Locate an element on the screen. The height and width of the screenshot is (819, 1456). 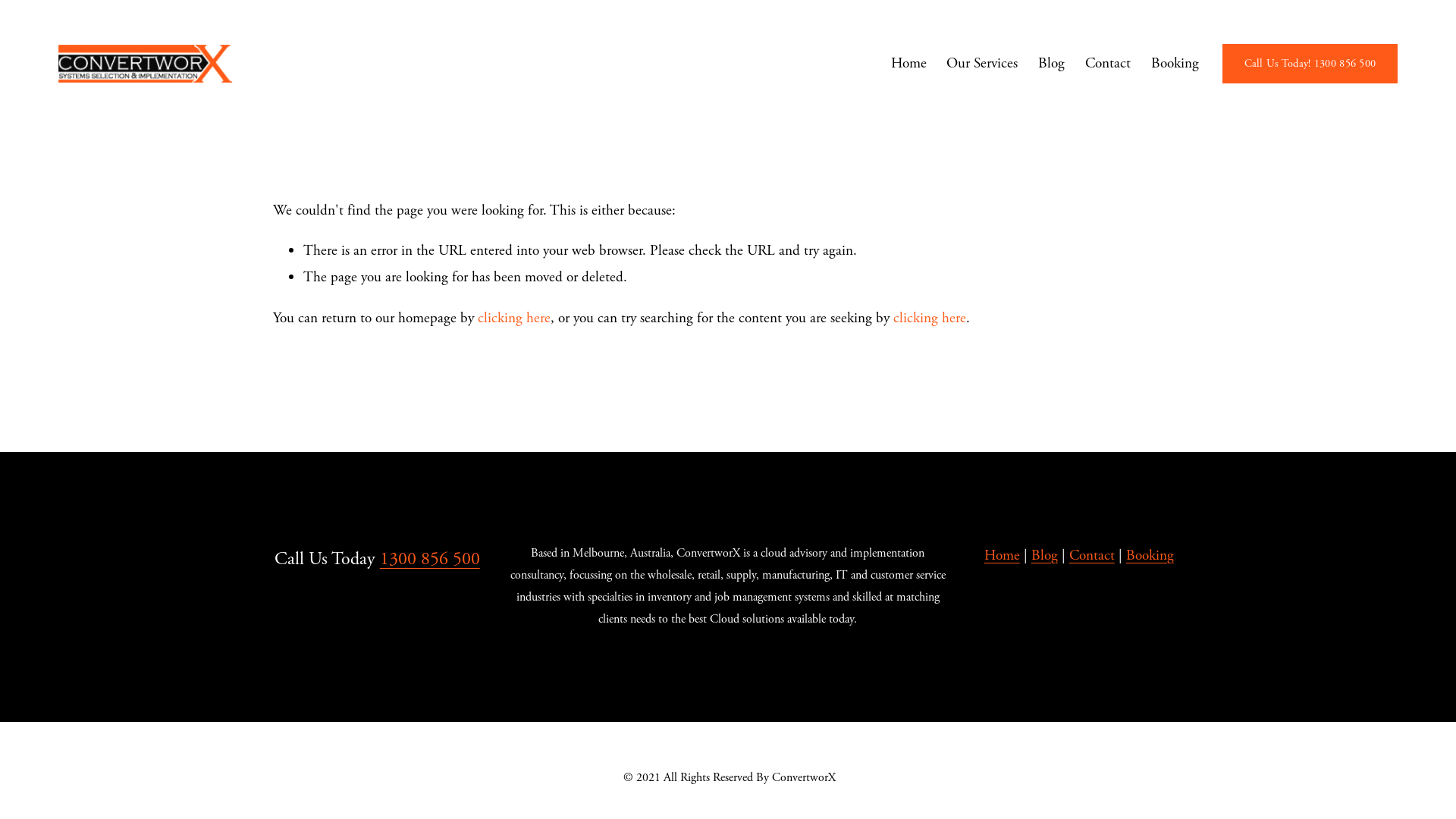
'Home' is located at coordinates (1002, 556).